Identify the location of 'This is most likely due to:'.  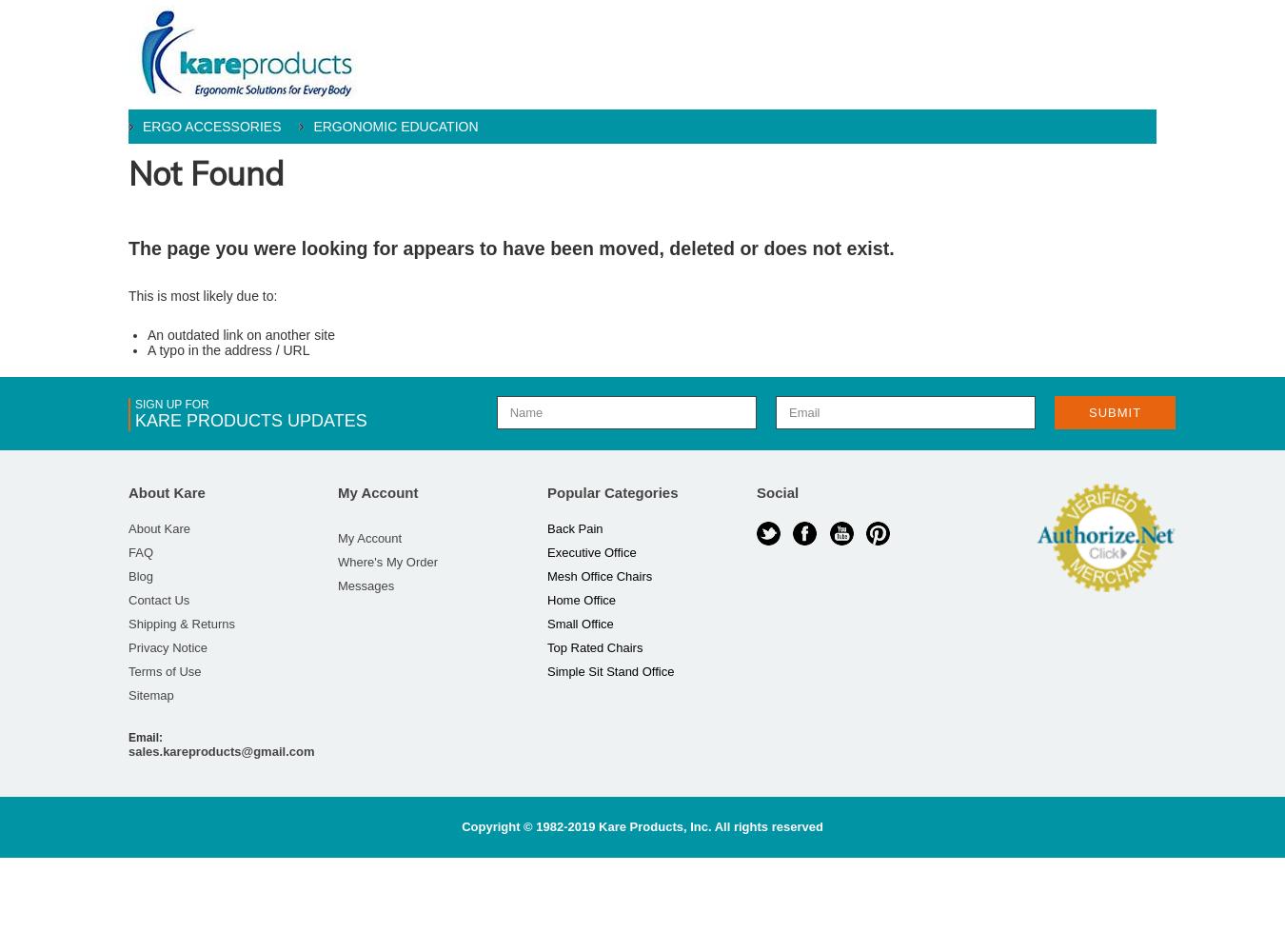
(128, 296).